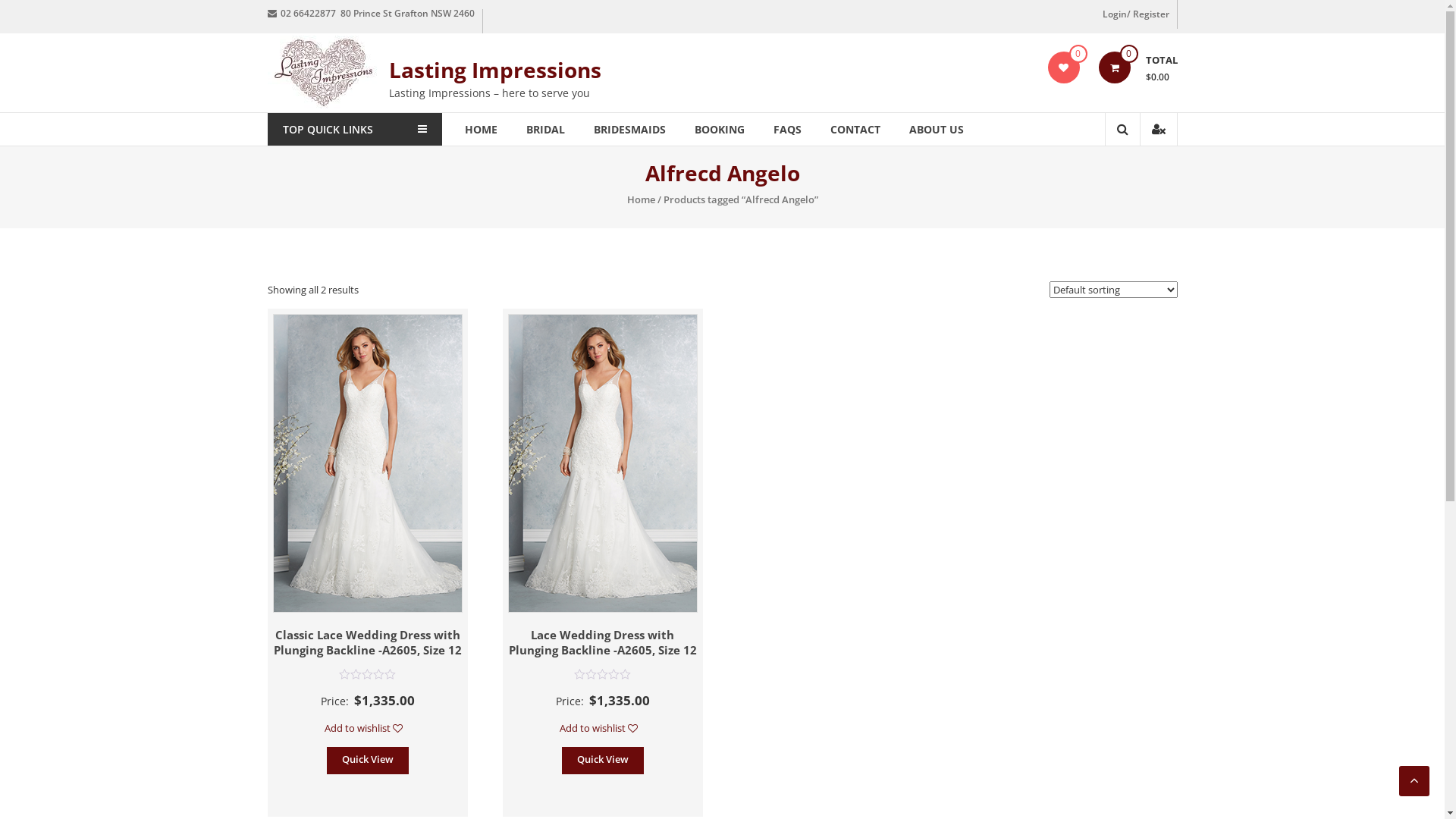 This screenshot has width=1456, height=819. What do you see at coordinates (601, 727) in the screenshot?
I see `'Add to wishlist'` at bounding box center [601, 727].